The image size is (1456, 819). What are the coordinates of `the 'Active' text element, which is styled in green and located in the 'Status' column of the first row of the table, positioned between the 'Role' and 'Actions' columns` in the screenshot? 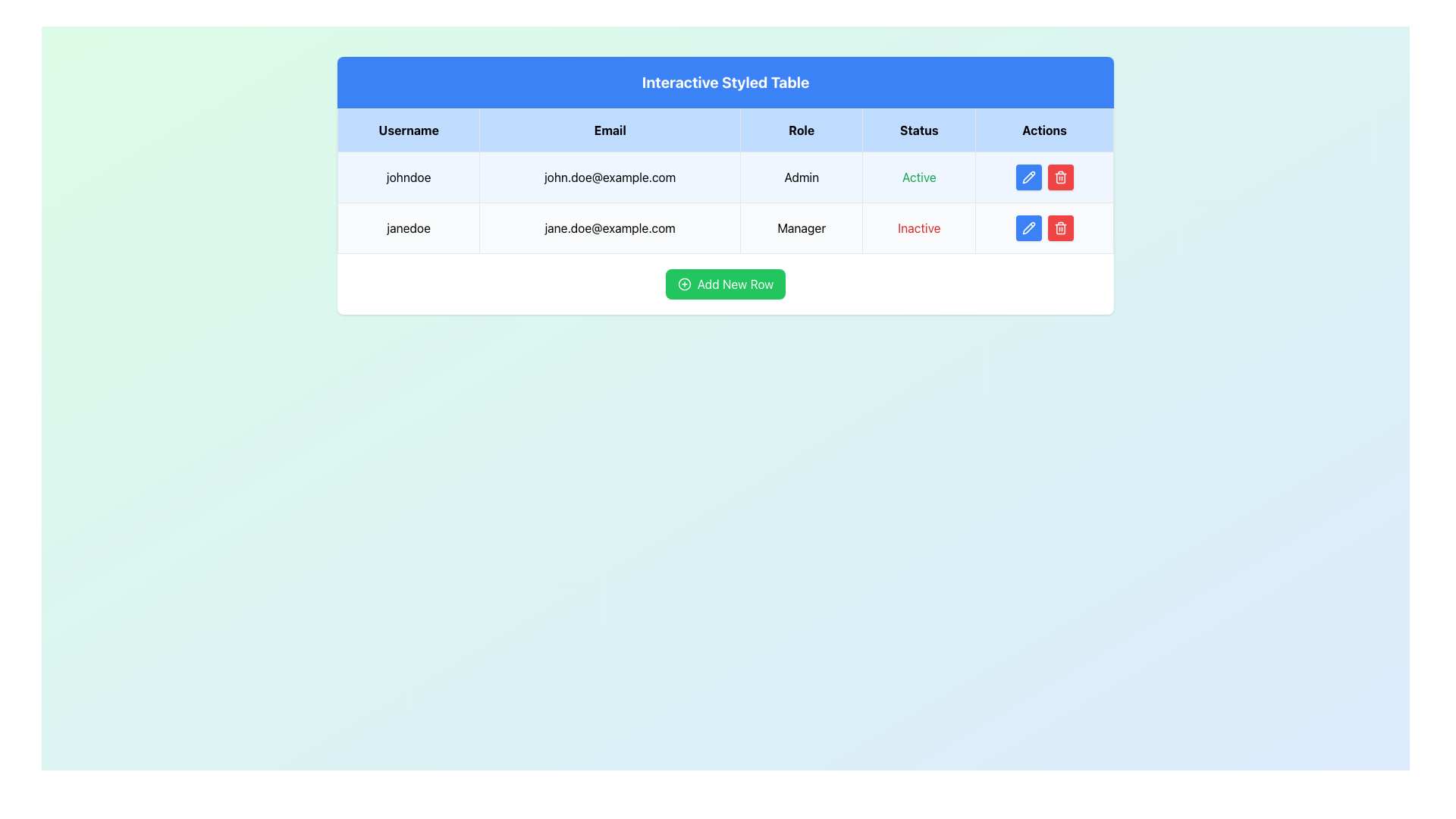 It's located at (918, 177).